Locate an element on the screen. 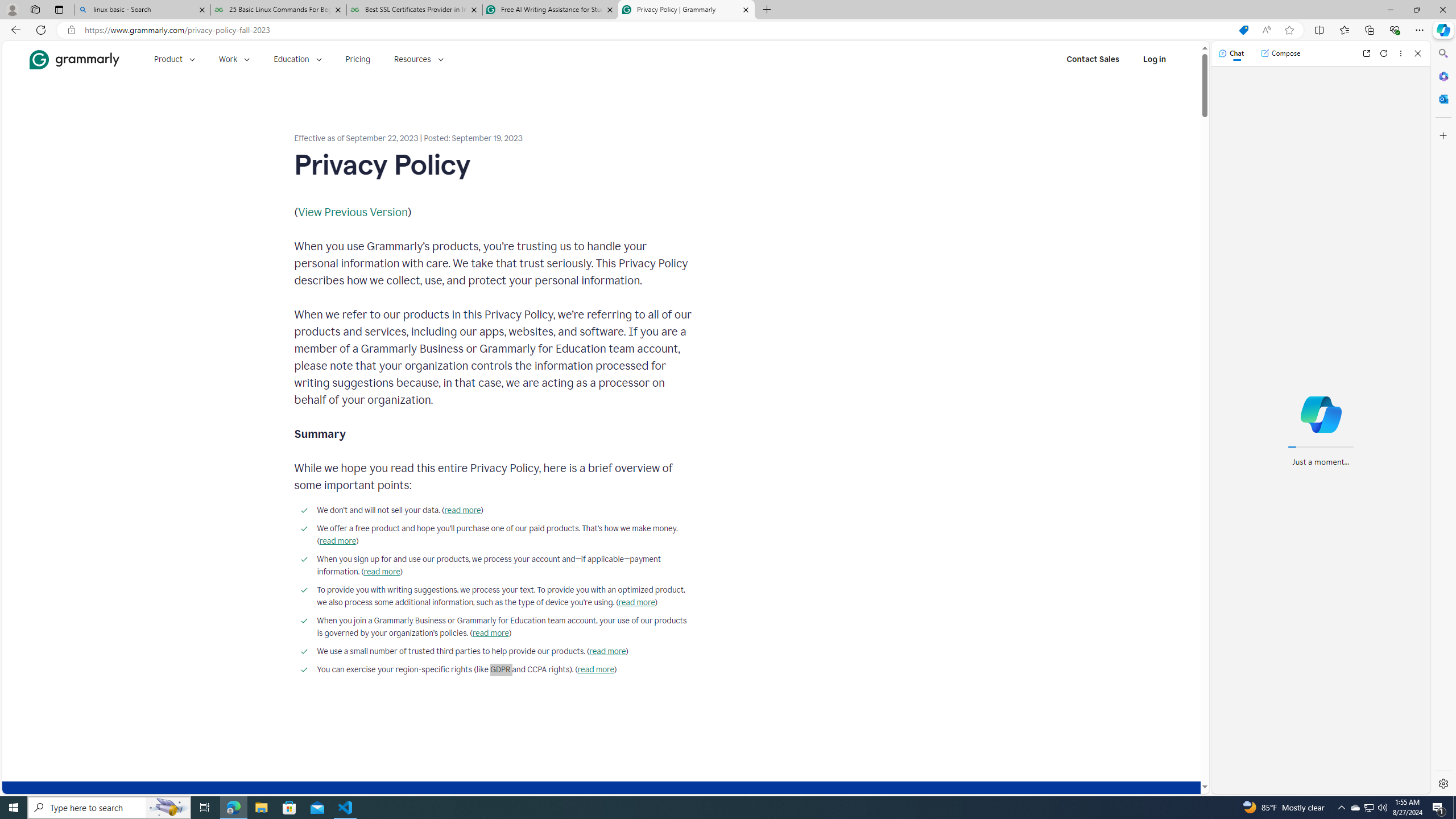 This screenshot has width=1456, height=819. 'Pricing' is located at coordinates (357, 59).